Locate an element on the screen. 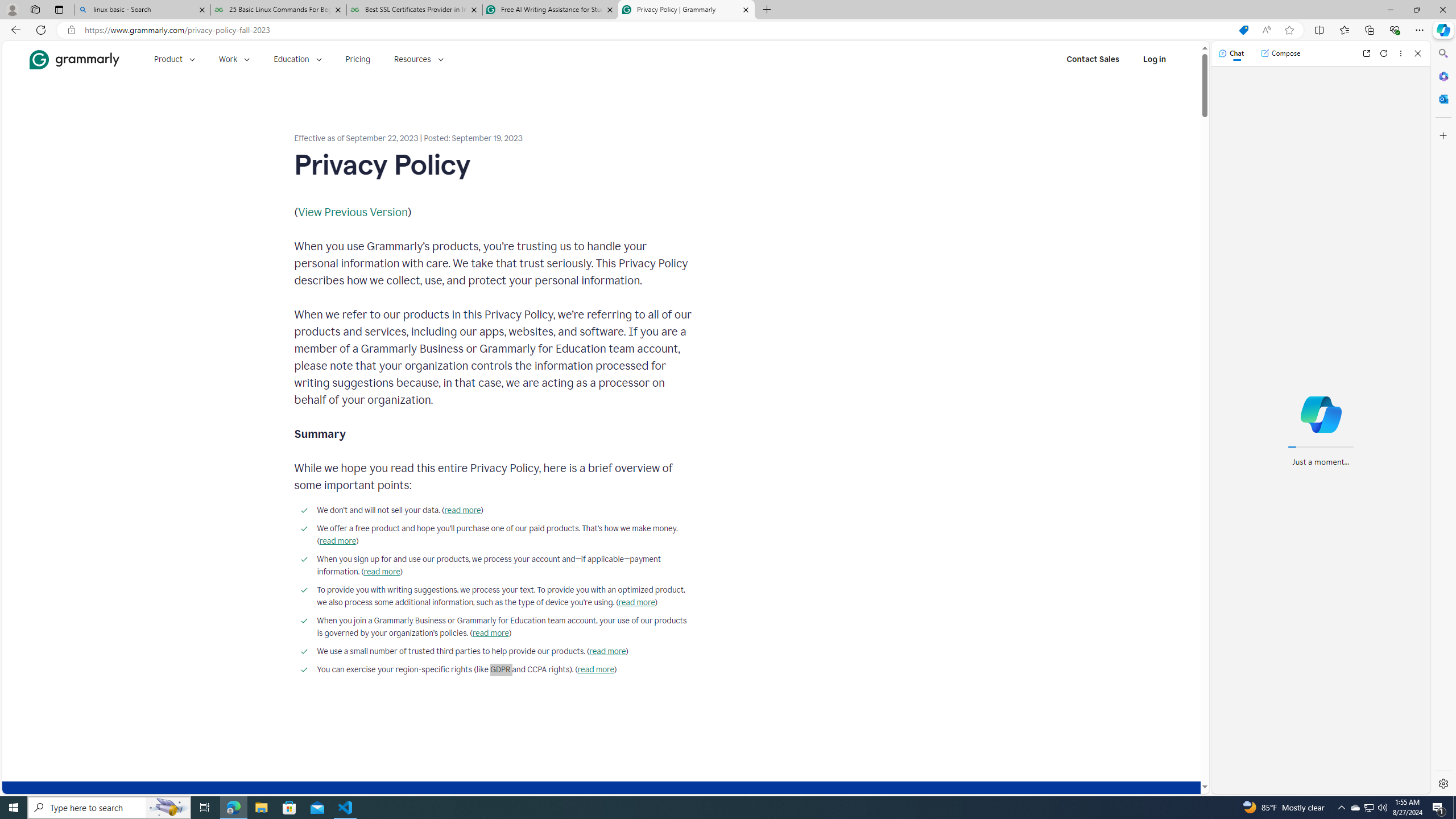 This screenshot has width=1456, height=819. 'Pricing' is located at coordinates (357, 59).